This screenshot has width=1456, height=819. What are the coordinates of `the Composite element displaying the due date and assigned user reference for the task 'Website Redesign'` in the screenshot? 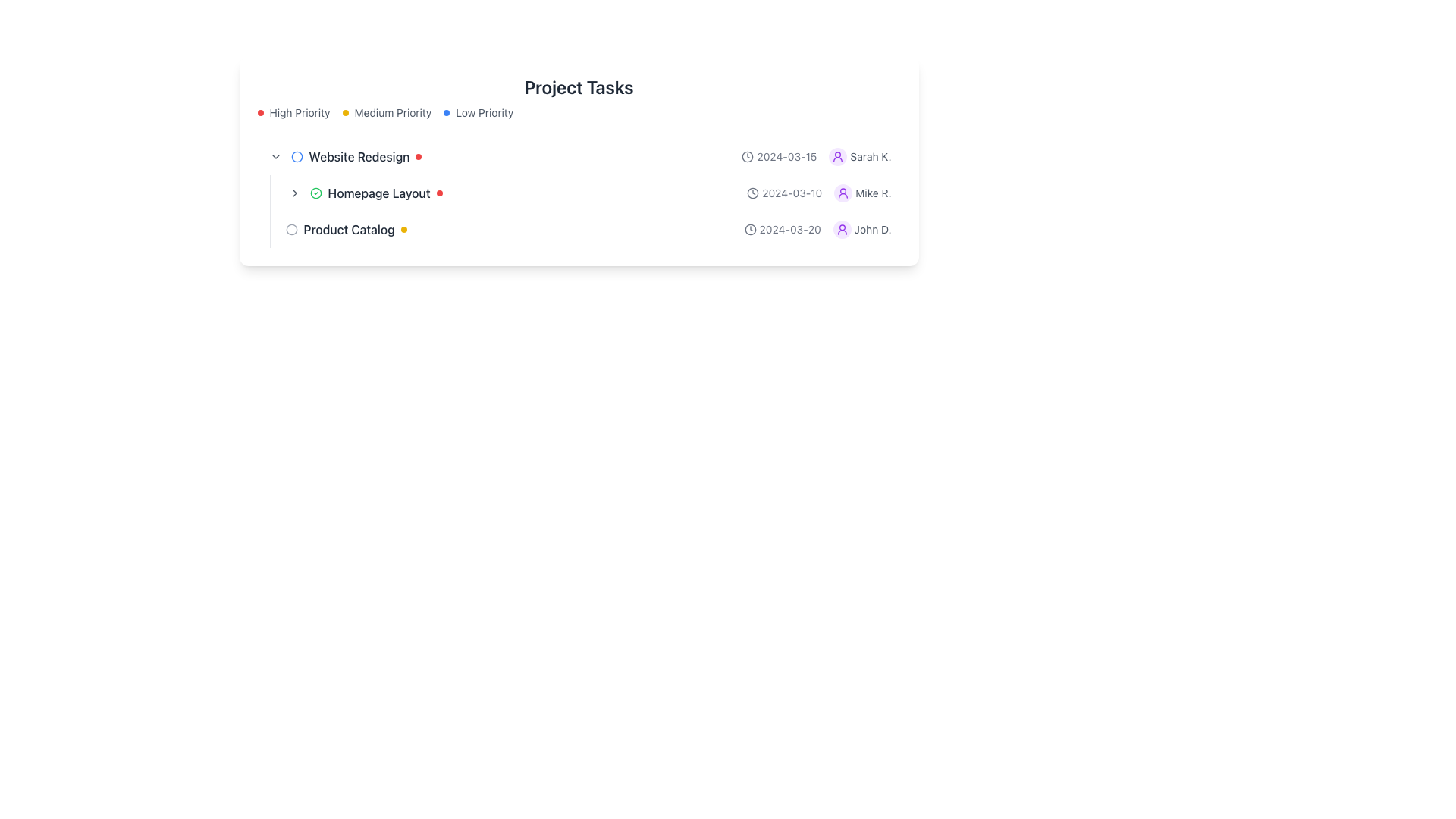 It's located at (814, 157).